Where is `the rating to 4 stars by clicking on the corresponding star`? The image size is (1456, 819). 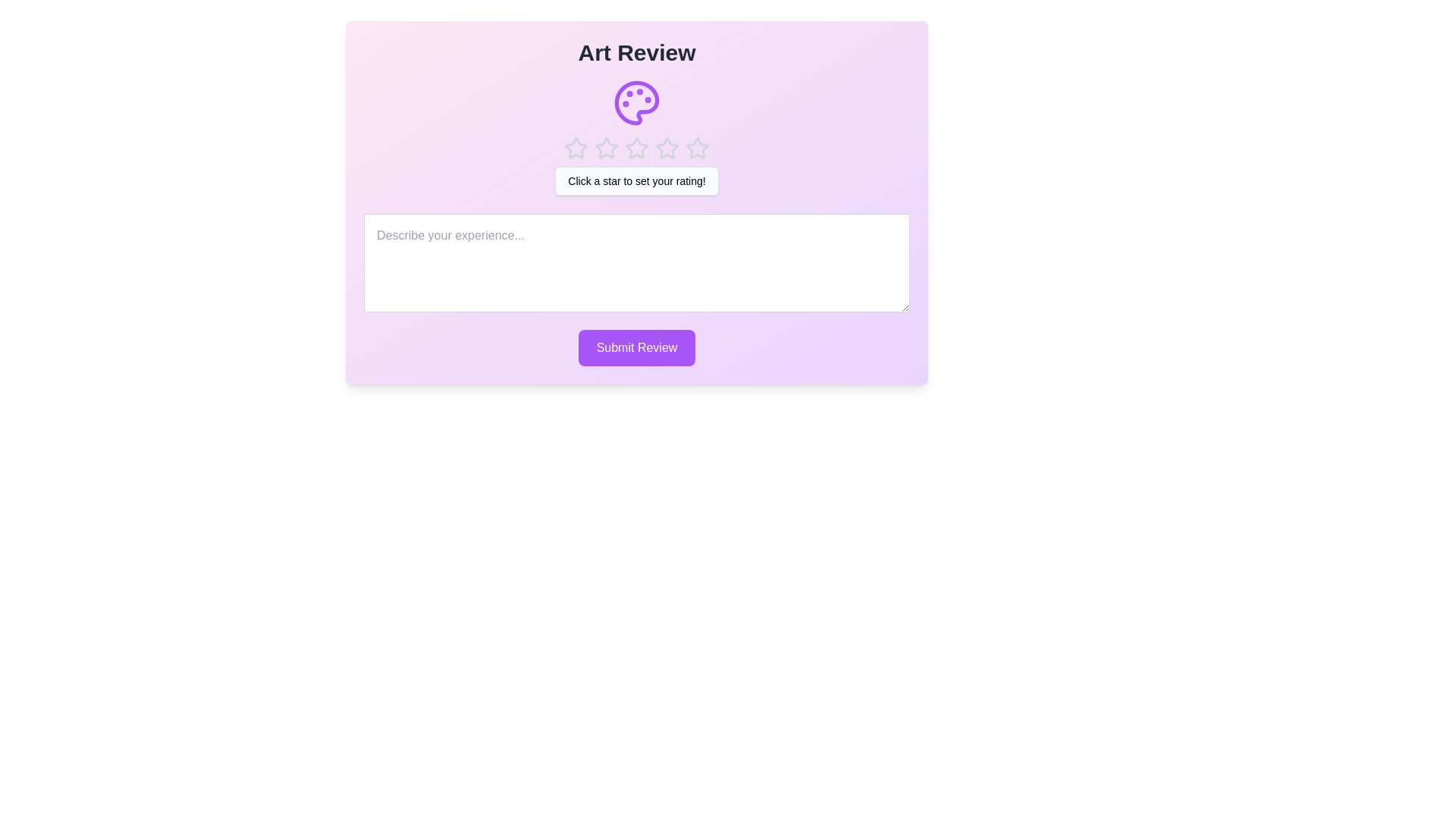
the rating to 4 stars by clicking on the corresponding star is located at coordinates (667, 149).